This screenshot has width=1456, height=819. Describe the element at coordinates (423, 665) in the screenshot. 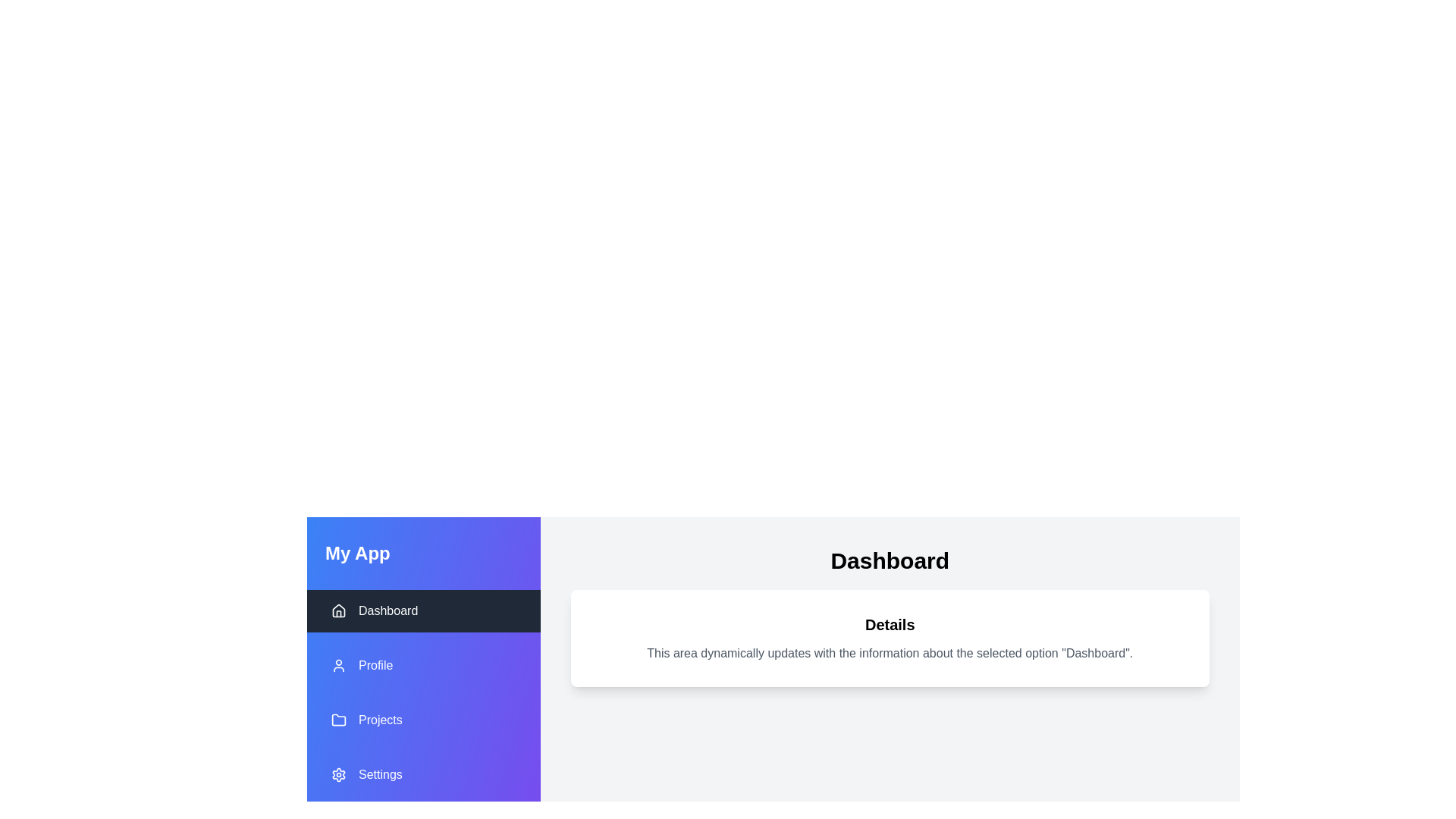

I see `the menu item Profile` at that location.